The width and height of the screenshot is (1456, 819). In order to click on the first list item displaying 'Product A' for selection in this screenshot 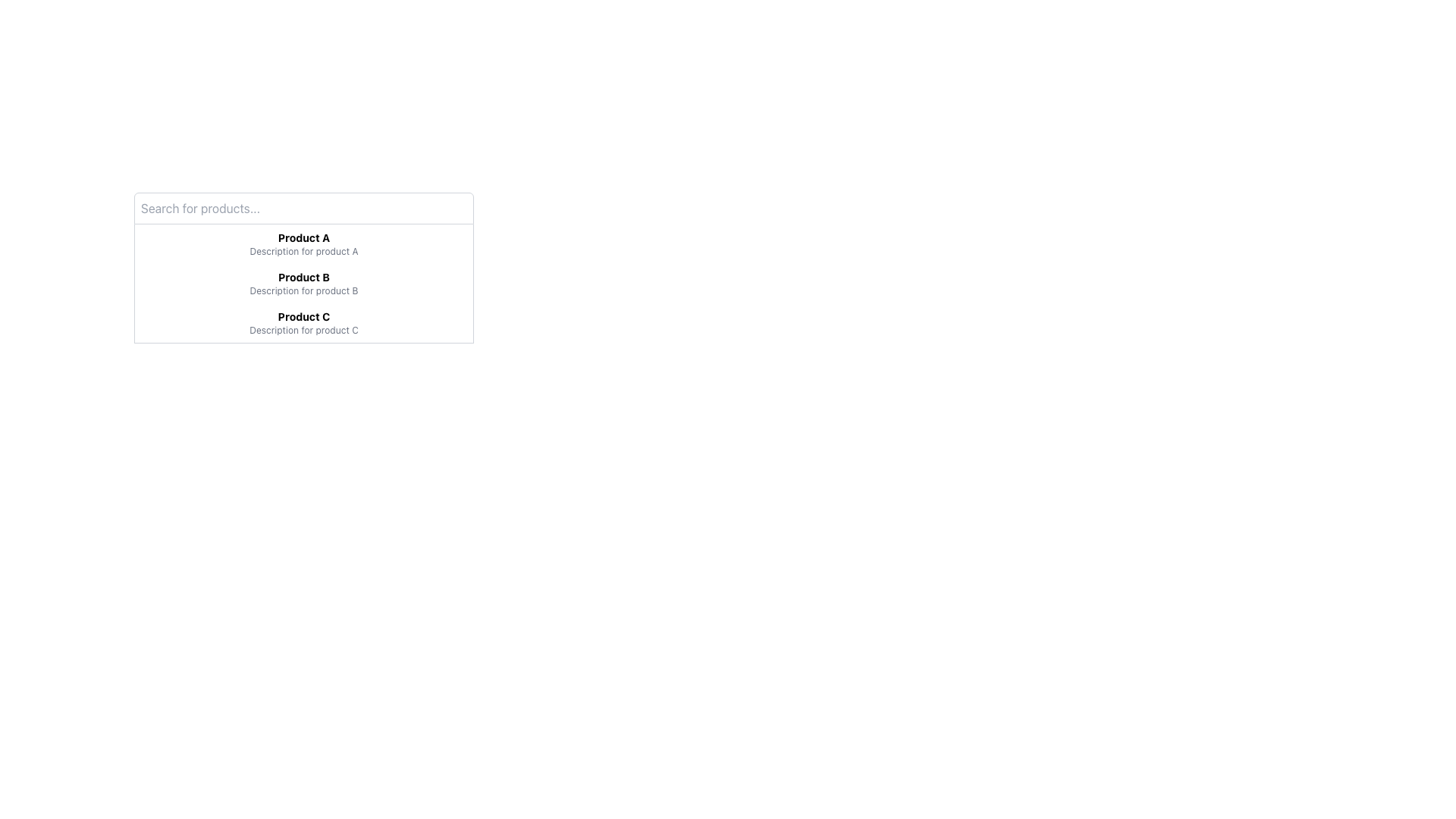, I will do `click(303, 243)`.